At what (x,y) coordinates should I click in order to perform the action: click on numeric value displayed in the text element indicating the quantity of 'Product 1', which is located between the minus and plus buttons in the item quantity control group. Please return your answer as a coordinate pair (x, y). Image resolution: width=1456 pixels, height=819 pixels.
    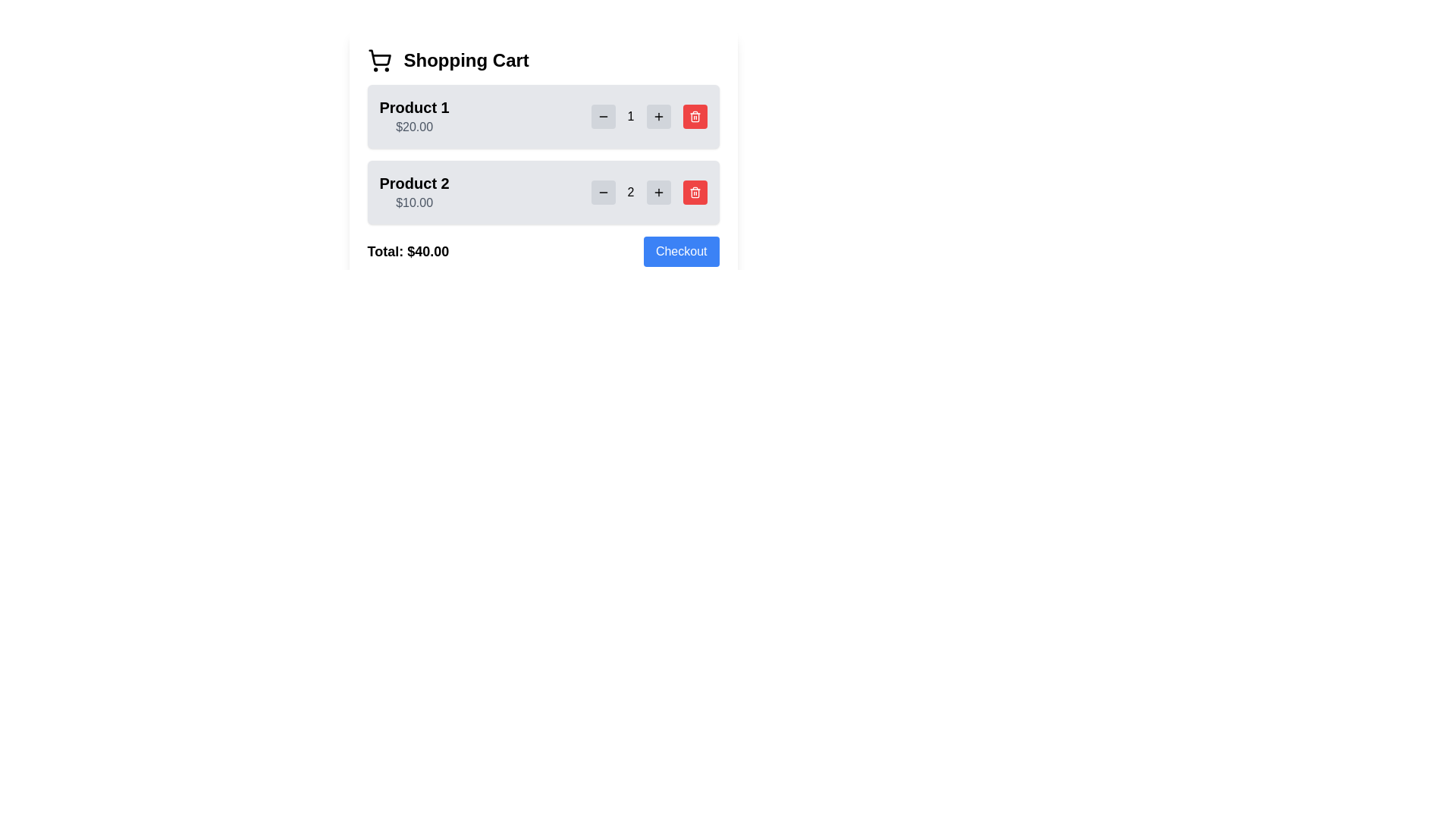
    Looking at the image, I should click on (631, 116).